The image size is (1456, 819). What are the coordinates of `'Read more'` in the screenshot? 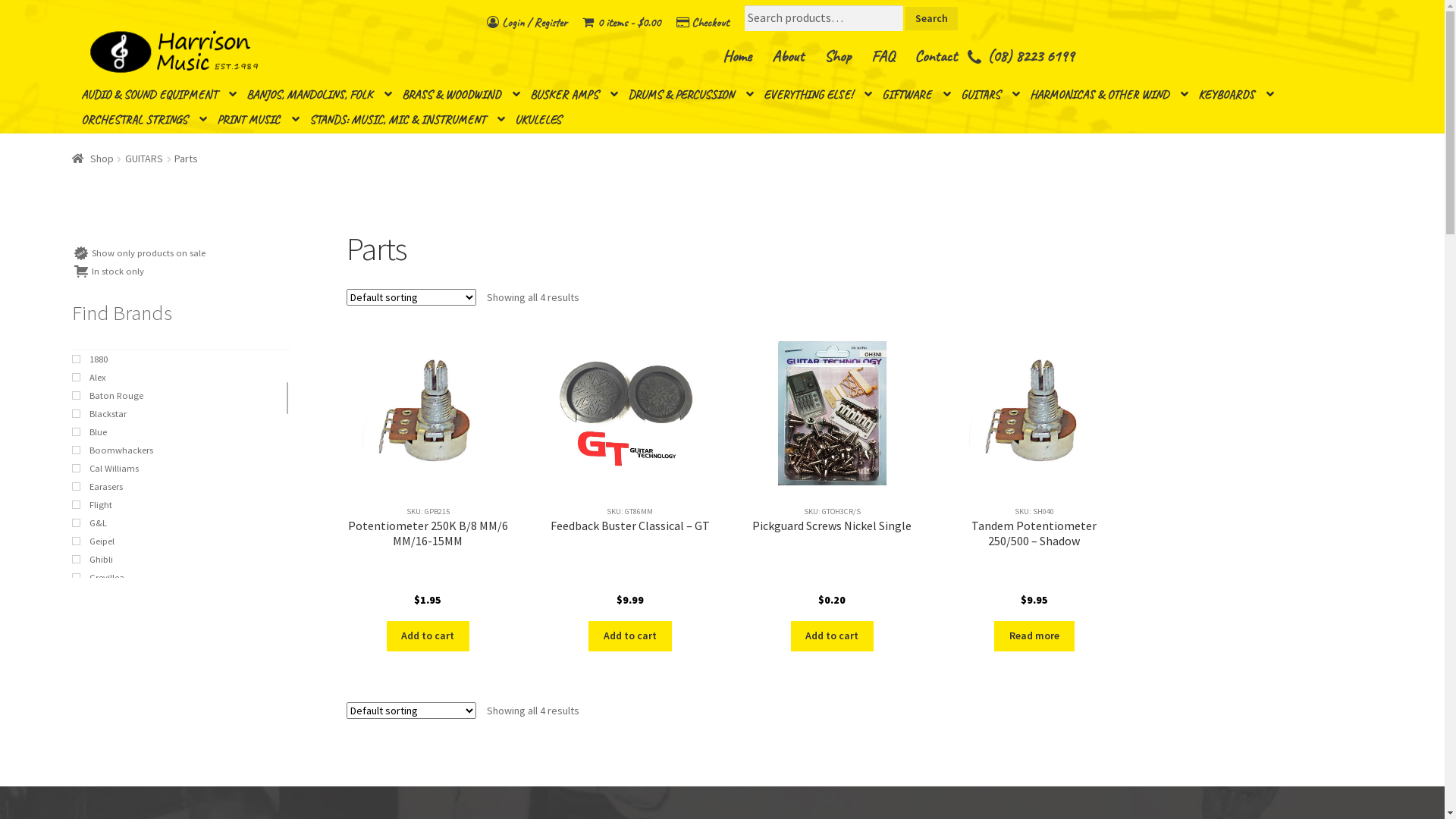 It's located at (1033, 636).